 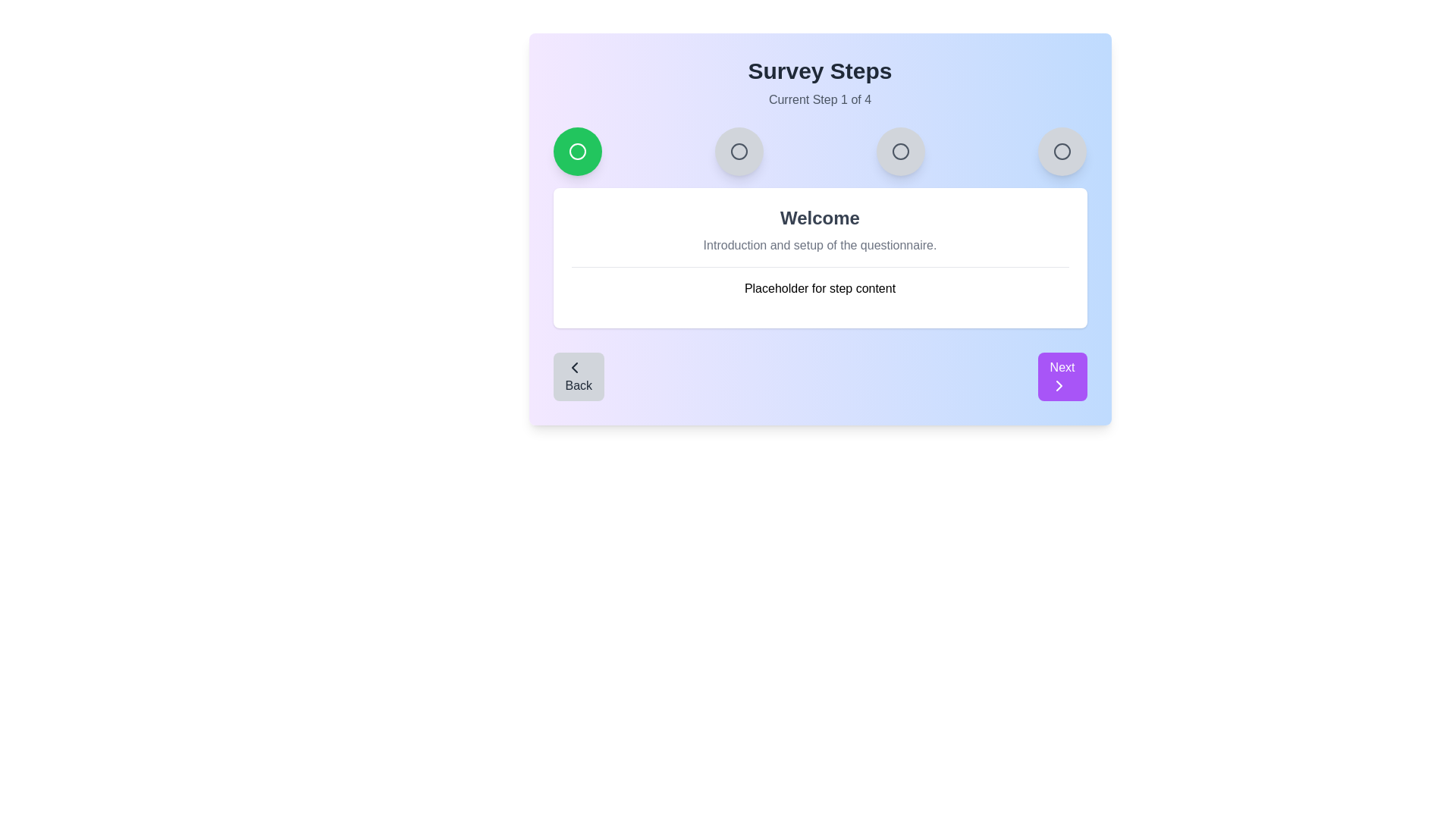 I want to click on the text label displaying 'Current Step 1 of 4', which is located directly below the 'Survey Steps' title and is centrally aligned, so click(x=819, y=99).